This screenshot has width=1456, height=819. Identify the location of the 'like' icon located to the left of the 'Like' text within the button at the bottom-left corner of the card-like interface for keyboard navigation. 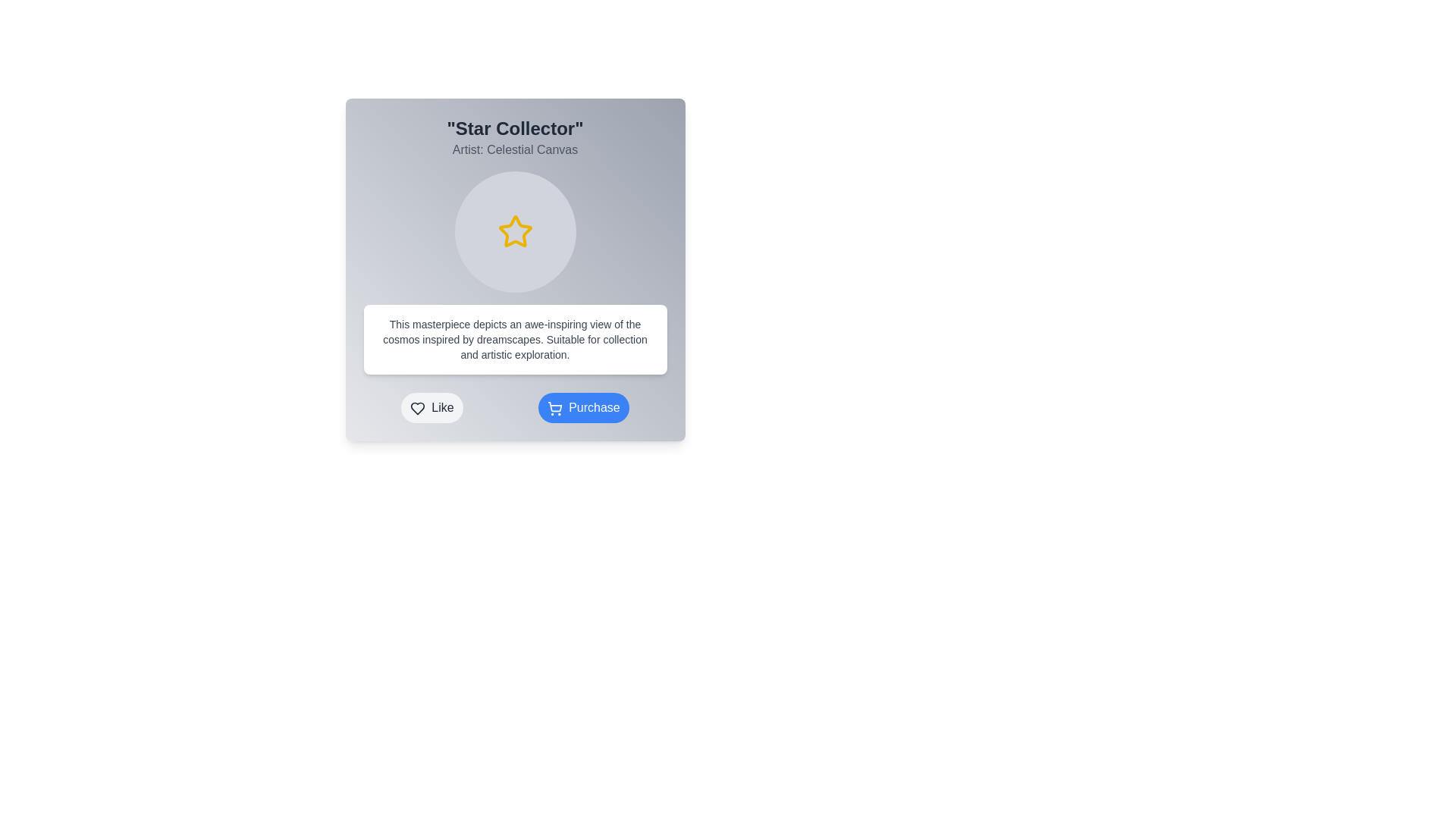
(418, 407).